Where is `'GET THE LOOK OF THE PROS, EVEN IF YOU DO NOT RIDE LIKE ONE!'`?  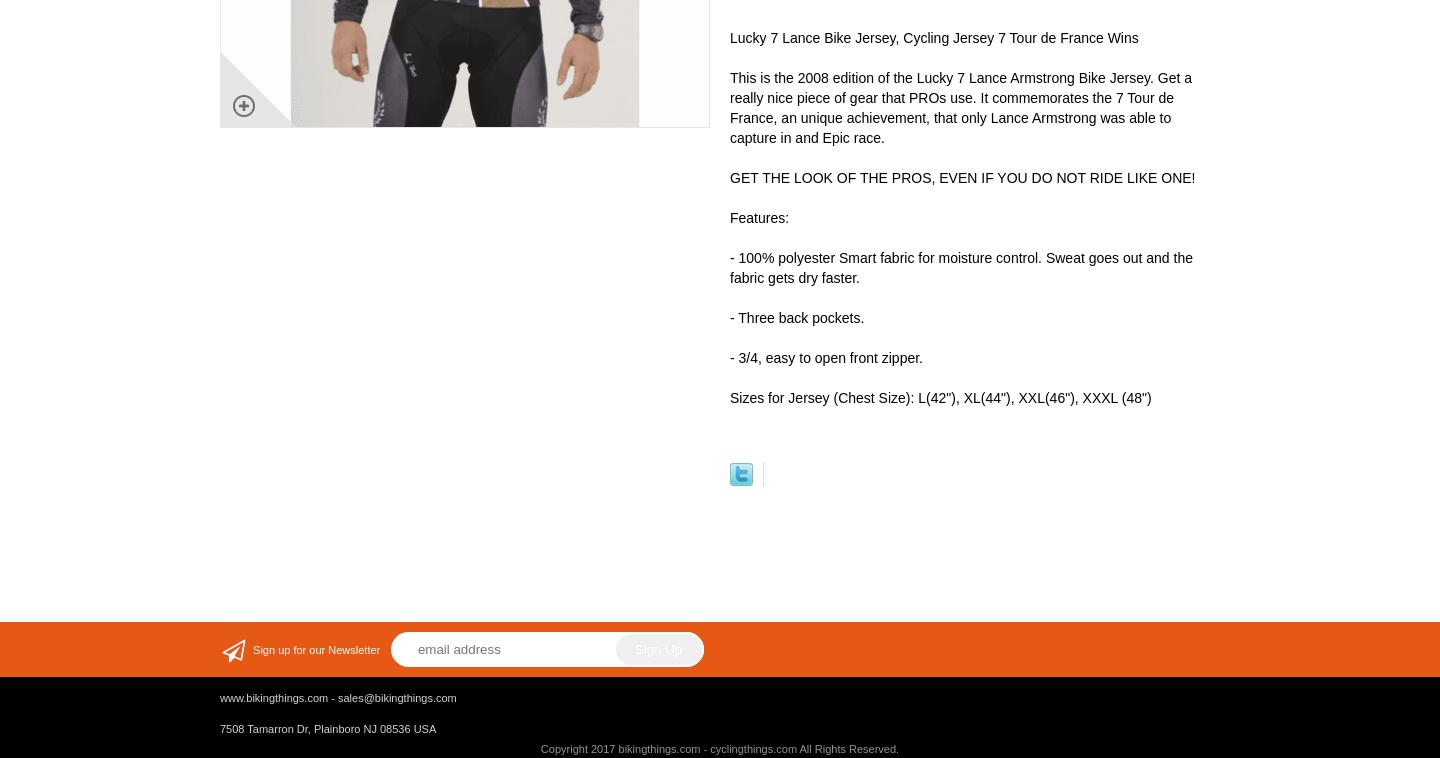
'GET THE LOOK OF THE PROS, EVEN IF YOU DO NOT RIDE LIKE ONE!' is located at coordinates (961, 176).